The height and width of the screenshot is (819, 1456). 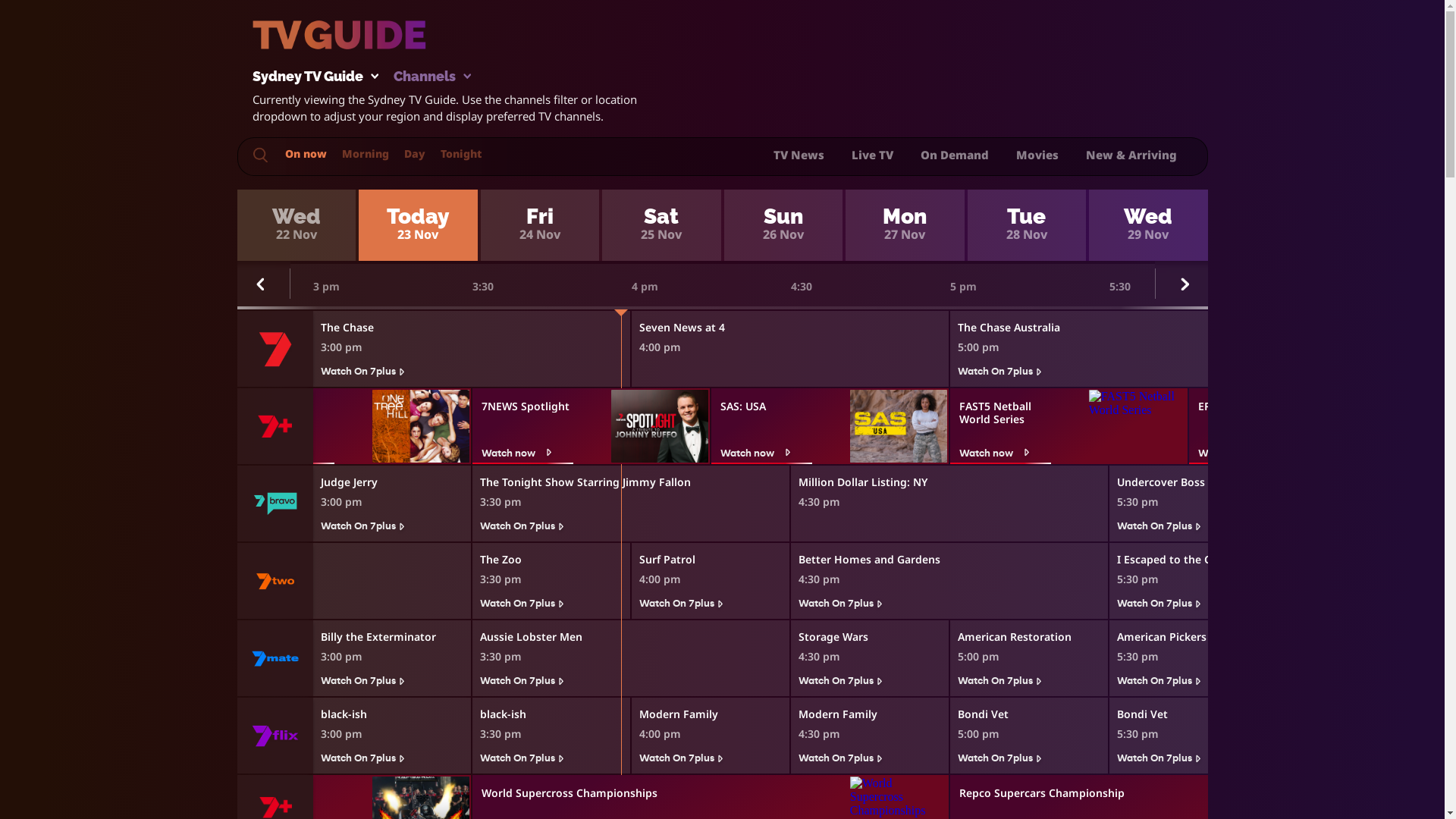 I want to click on 'Sat, so click(x=661, y=225).